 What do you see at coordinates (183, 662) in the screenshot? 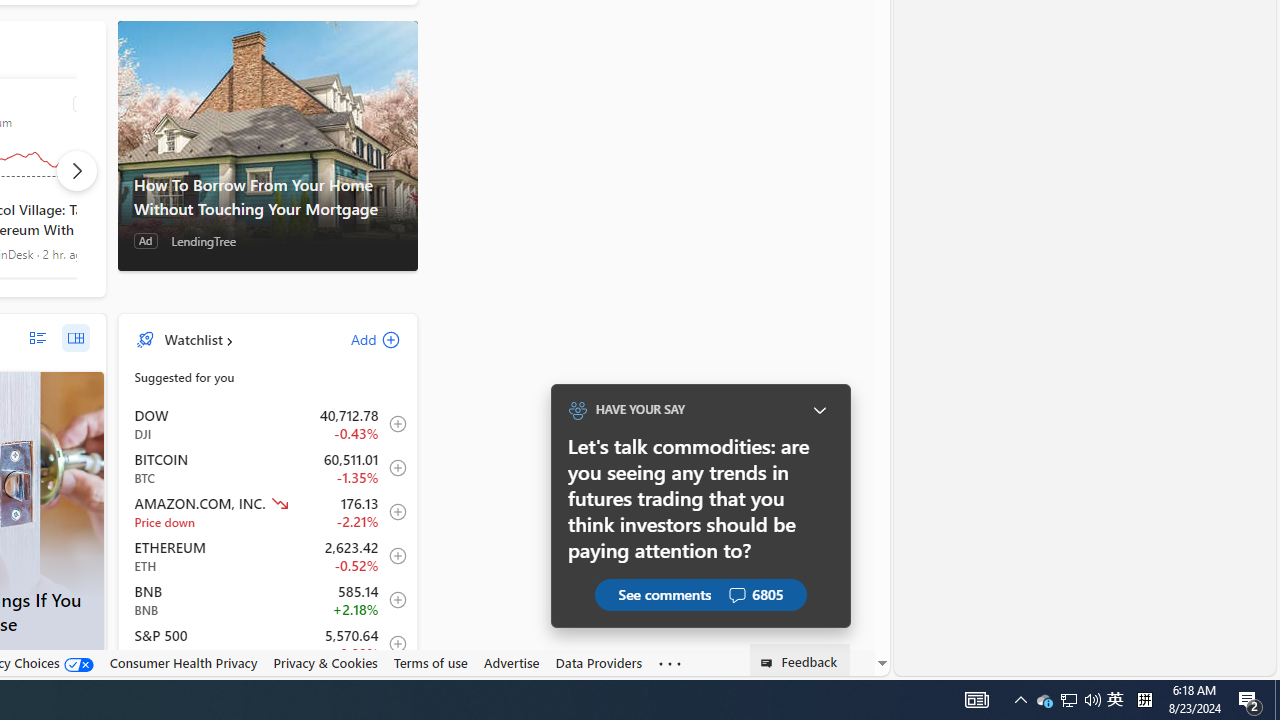
I see `'Consumer Health Privacy'` at bounding box center [183, 662].